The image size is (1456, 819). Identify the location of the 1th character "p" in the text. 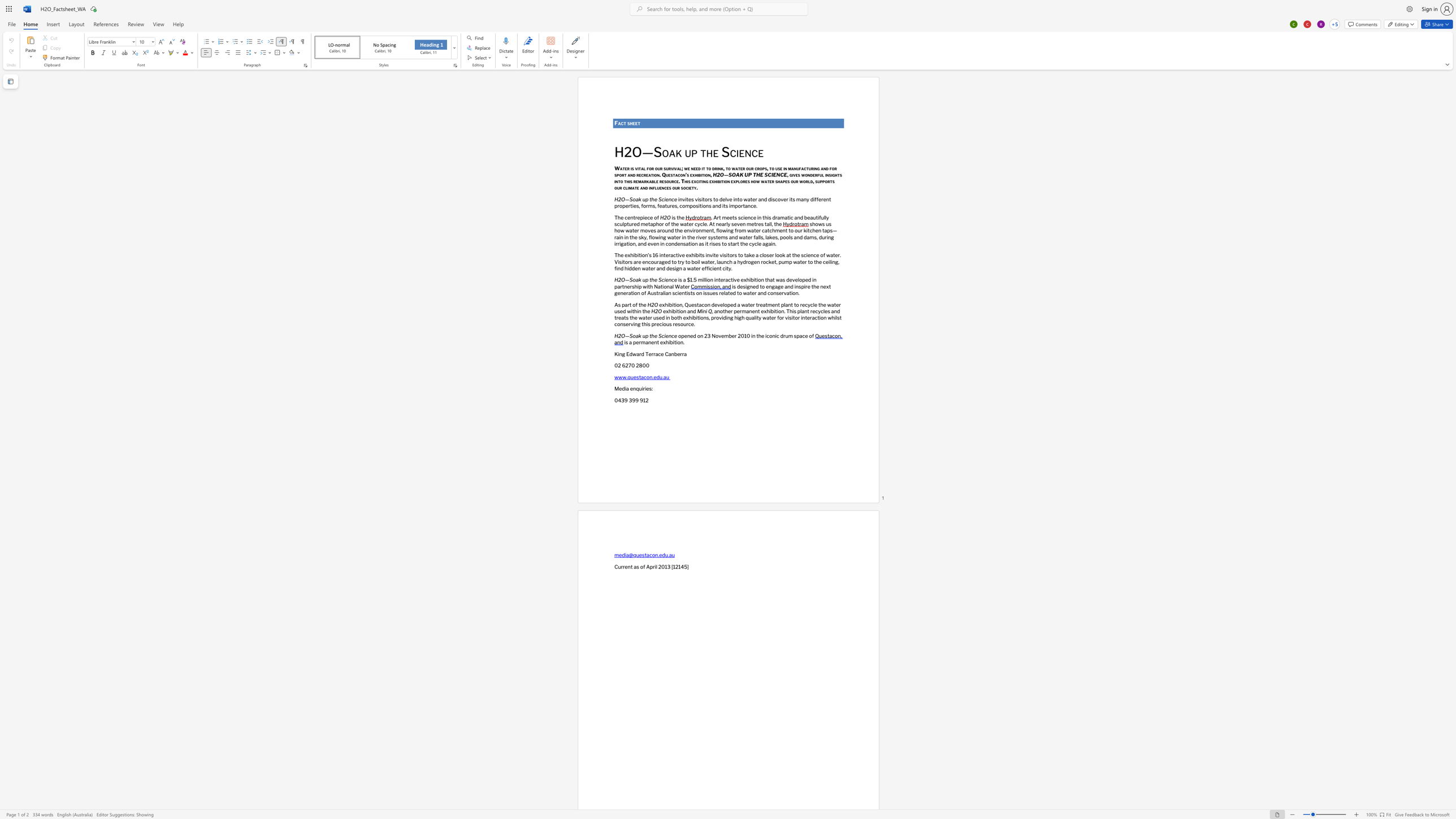
(647, 335).